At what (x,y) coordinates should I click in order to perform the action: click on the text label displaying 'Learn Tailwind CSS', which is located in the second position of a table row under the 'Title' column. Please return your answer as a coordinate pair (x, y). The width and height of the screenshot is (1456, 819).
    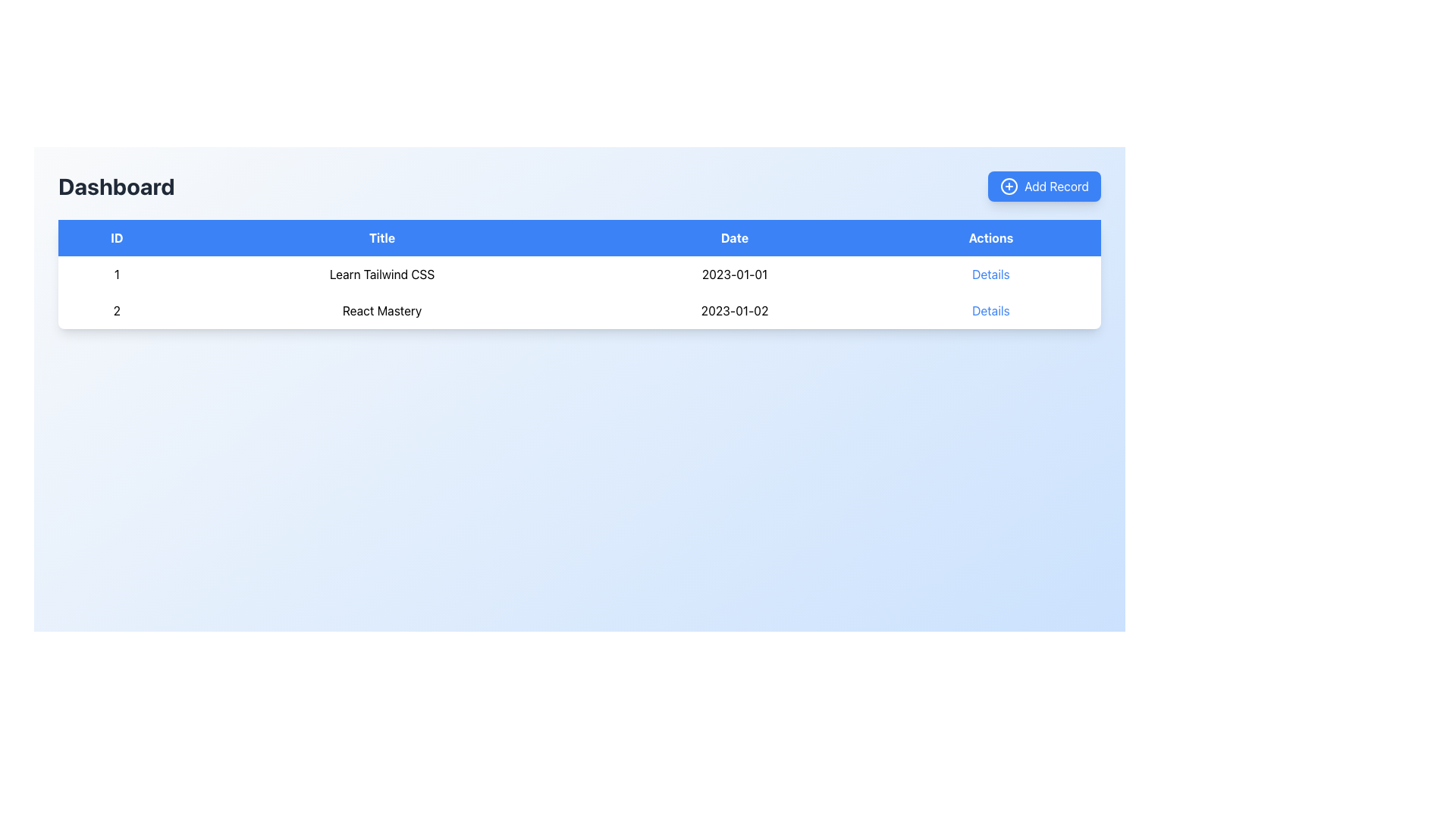
    Looking at the image, I should click on (382, 275).